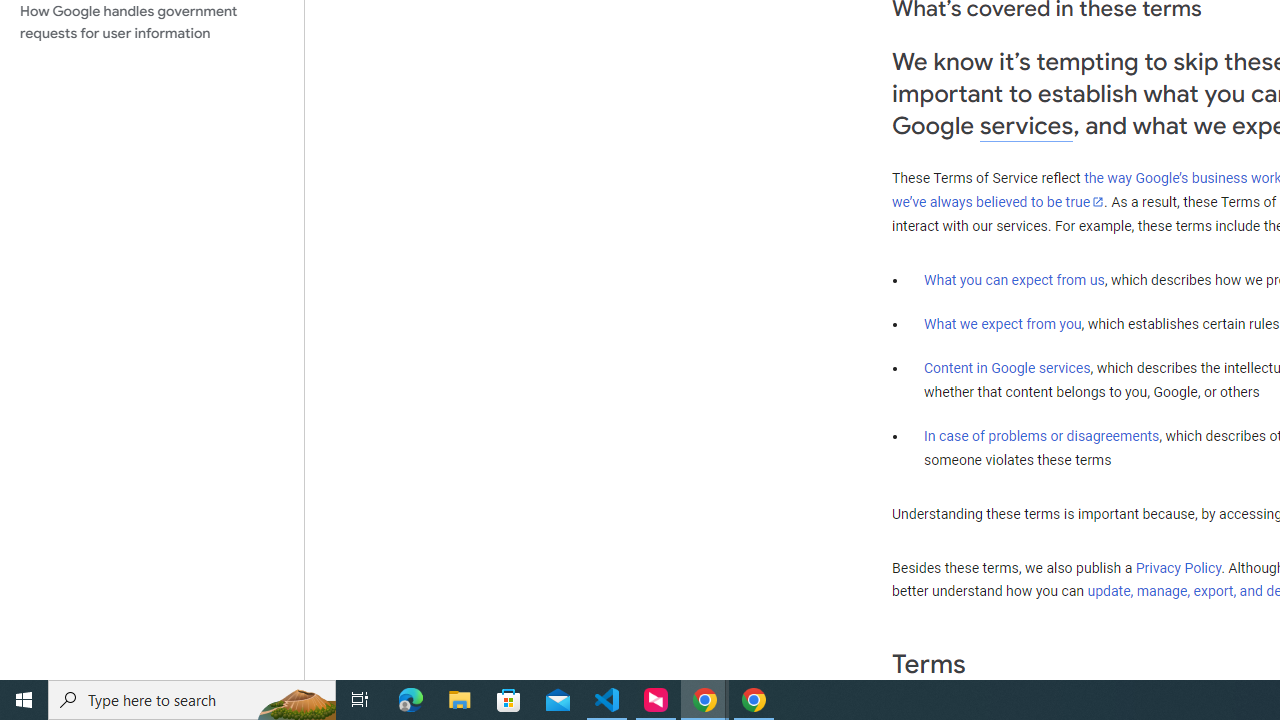  I want to click on 'What you can expect from us', so click(1014, 279).